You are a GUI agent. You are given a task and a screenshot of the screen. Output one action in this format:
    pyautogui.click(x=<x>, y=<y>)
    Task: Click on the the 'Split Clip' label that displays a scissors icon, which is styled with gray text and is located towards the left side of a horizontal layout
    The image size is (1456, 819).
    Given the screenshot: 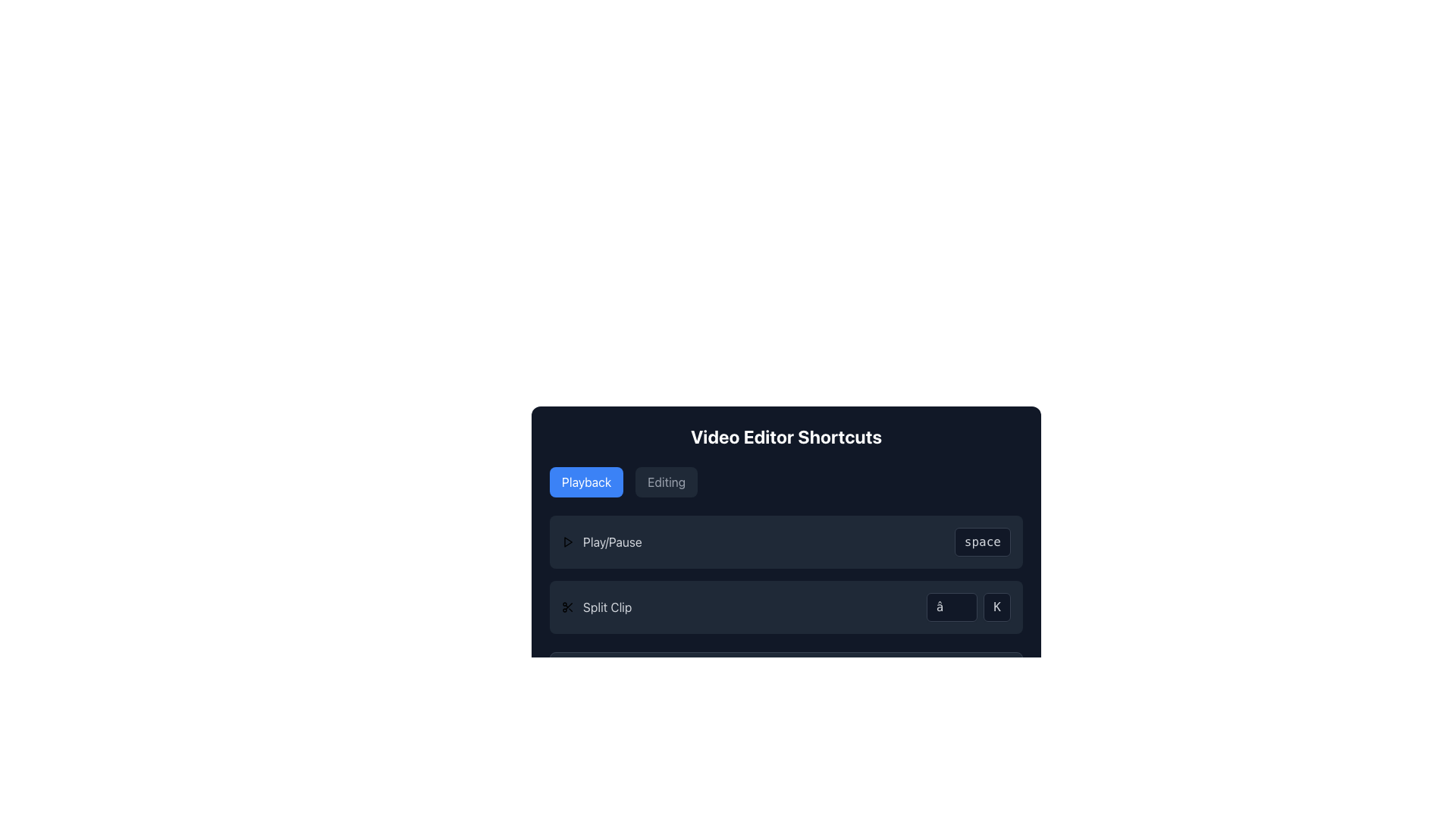 What is the action you would take?
    pyautogui.click(x=596, y=607)
    